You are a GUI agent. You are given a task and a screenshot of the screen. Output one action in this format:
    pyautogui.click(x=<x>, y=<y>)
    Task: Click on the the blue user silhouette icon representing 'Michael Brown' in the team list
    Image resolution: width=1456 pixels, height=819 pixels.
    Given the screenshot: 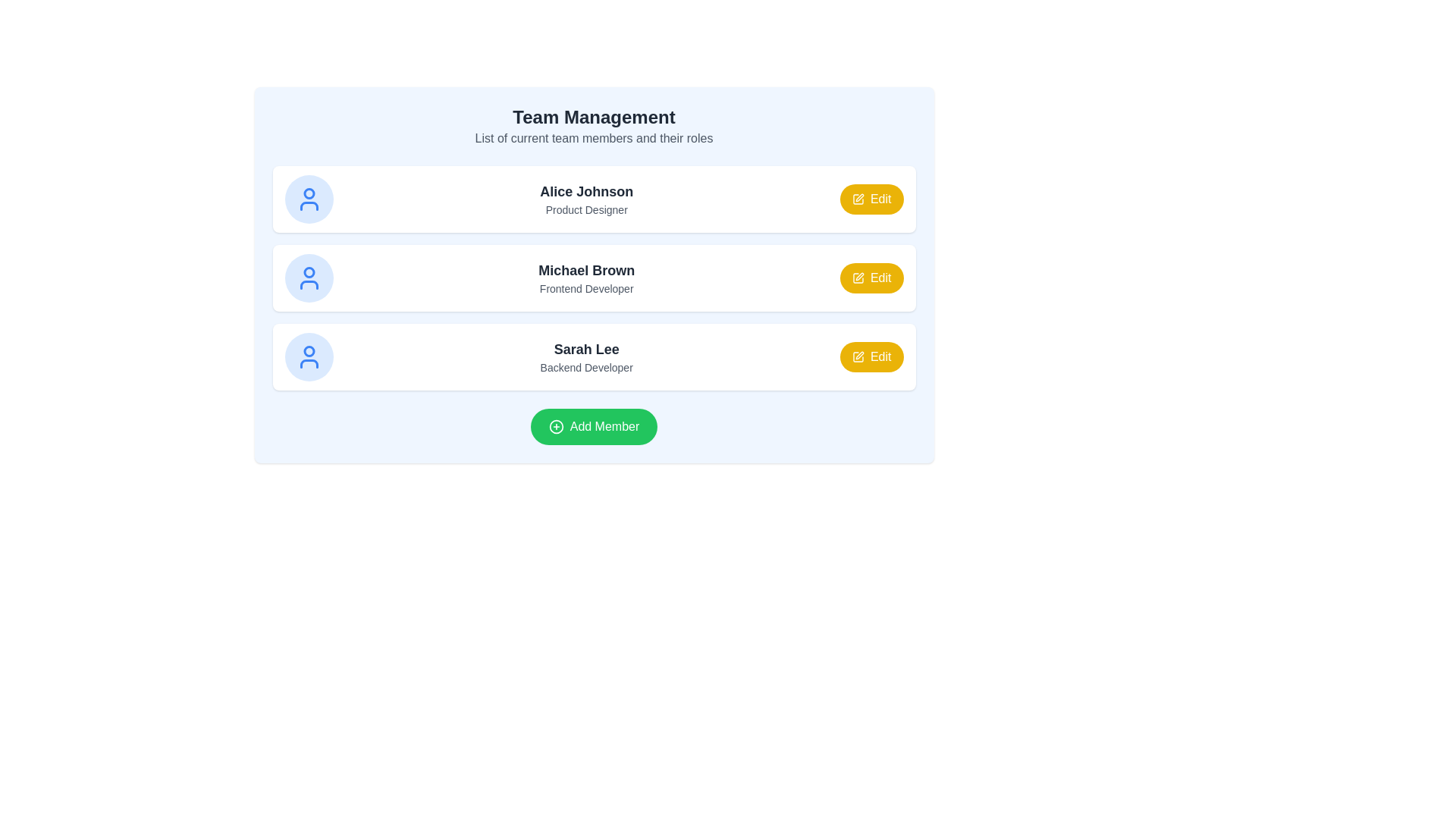 What is the action you would take?
    pyautogui.click(x=308, y=278)
    